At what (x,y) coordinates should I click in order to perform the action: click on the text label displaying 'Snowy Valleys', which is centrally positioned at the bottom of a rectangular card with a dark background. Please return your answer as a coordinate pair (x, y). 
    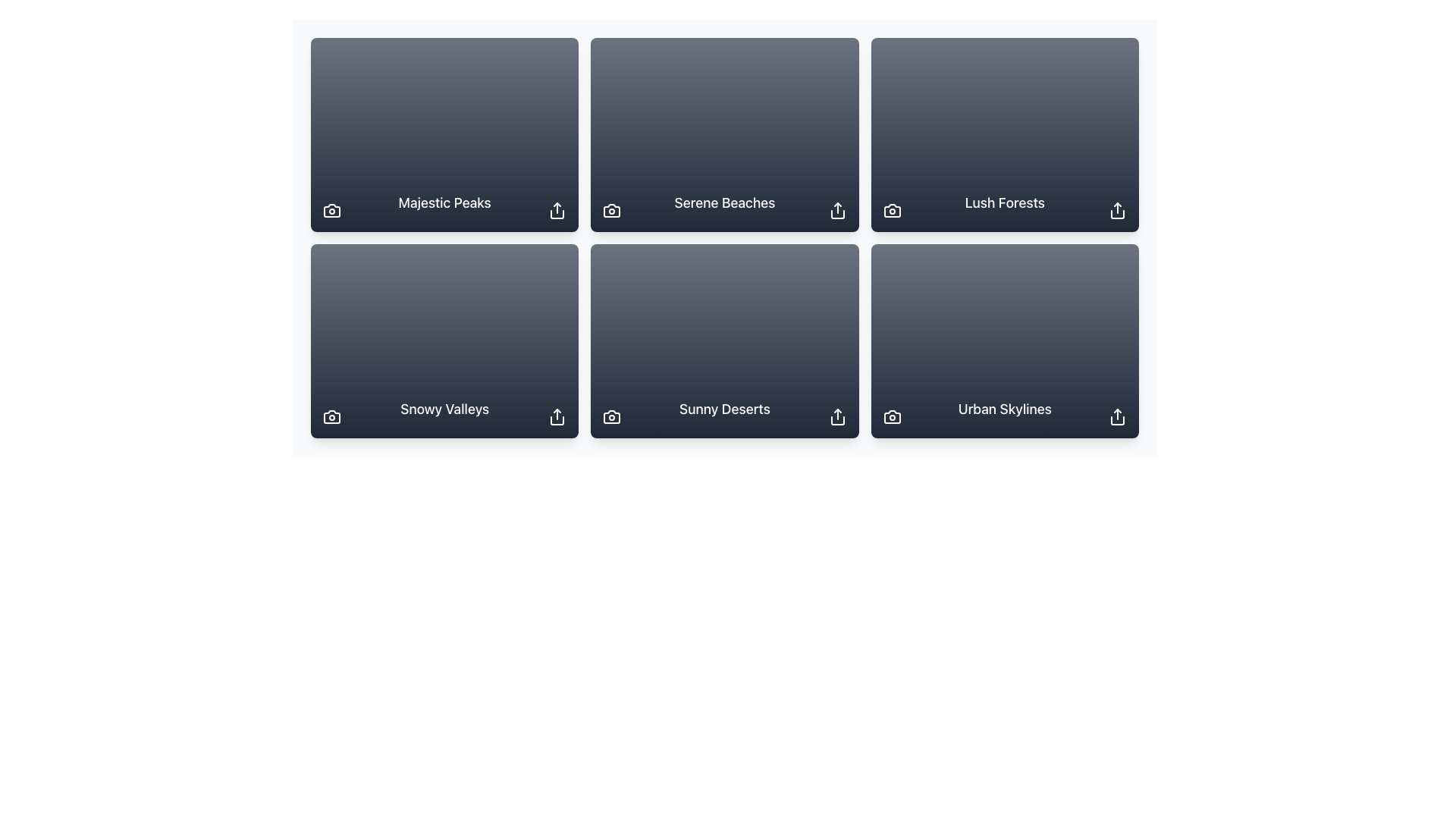
    Looking at the image, I should click on (444, 409).